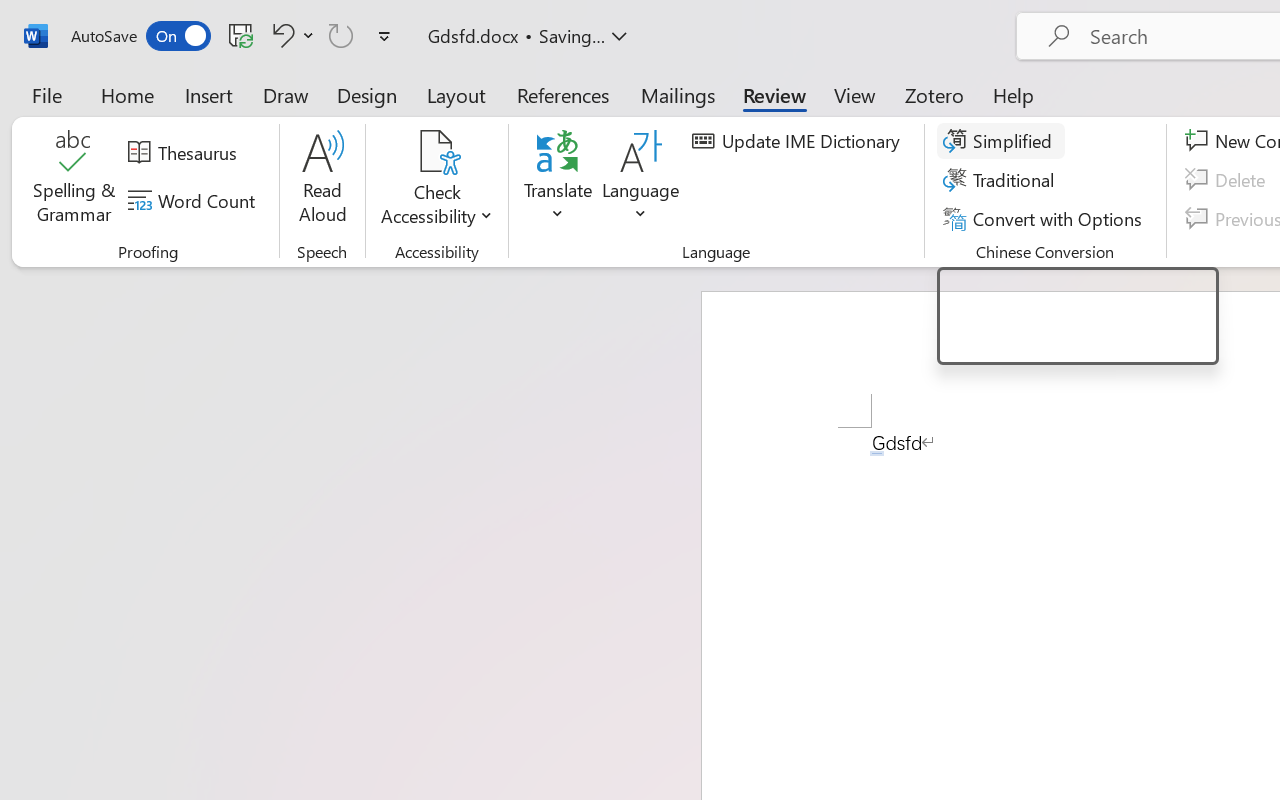  I want to click on 'Translate', so click(558, 179).